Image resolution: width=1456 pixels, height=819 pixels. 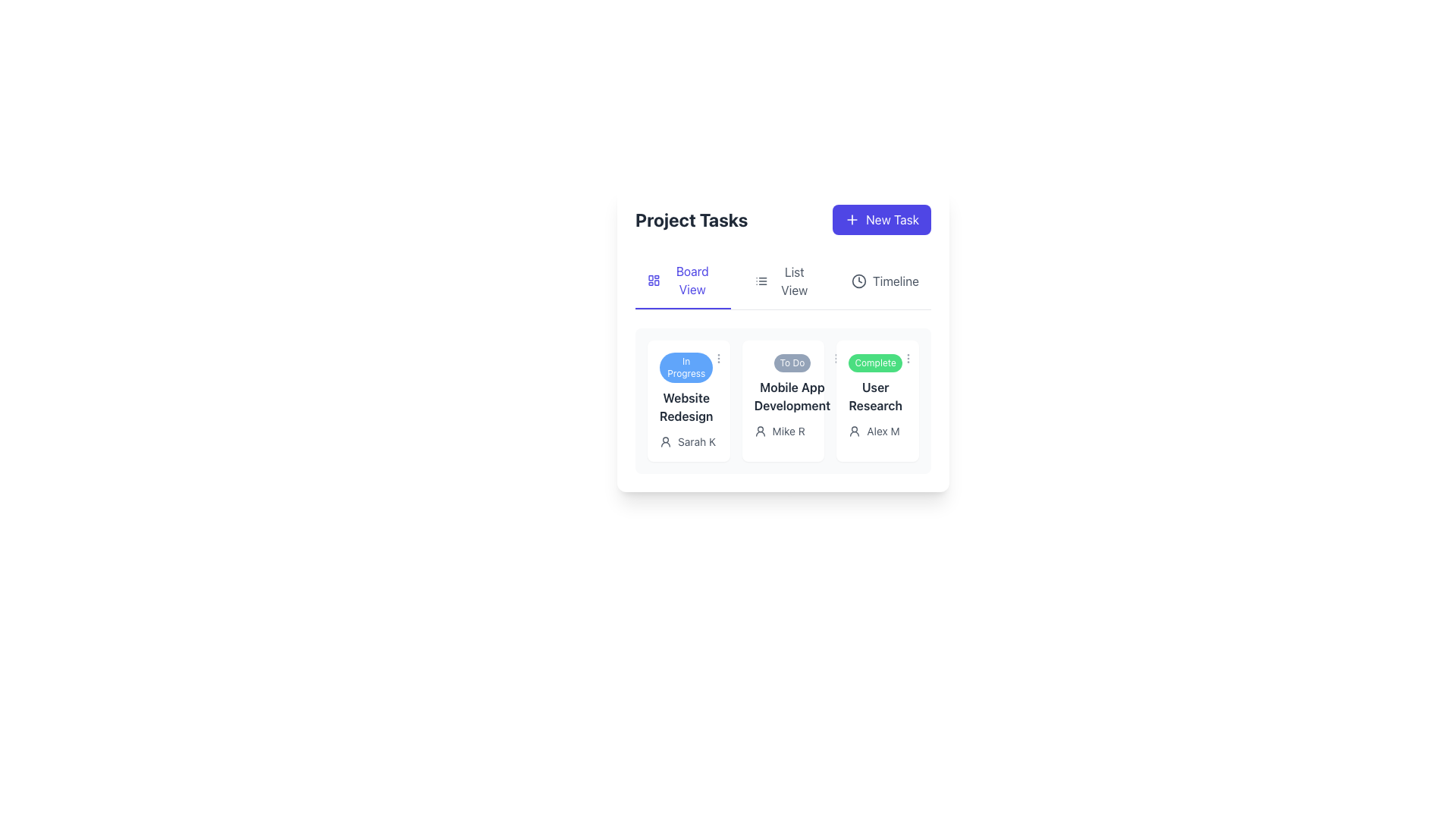 What do you see at coordinates (687, 441) in the screenshot?
I see `the text element identifying 'Sarah K' under the 'Website Redesign' section of the 'Project Tasks' panel` at bounding box center [687, 441].